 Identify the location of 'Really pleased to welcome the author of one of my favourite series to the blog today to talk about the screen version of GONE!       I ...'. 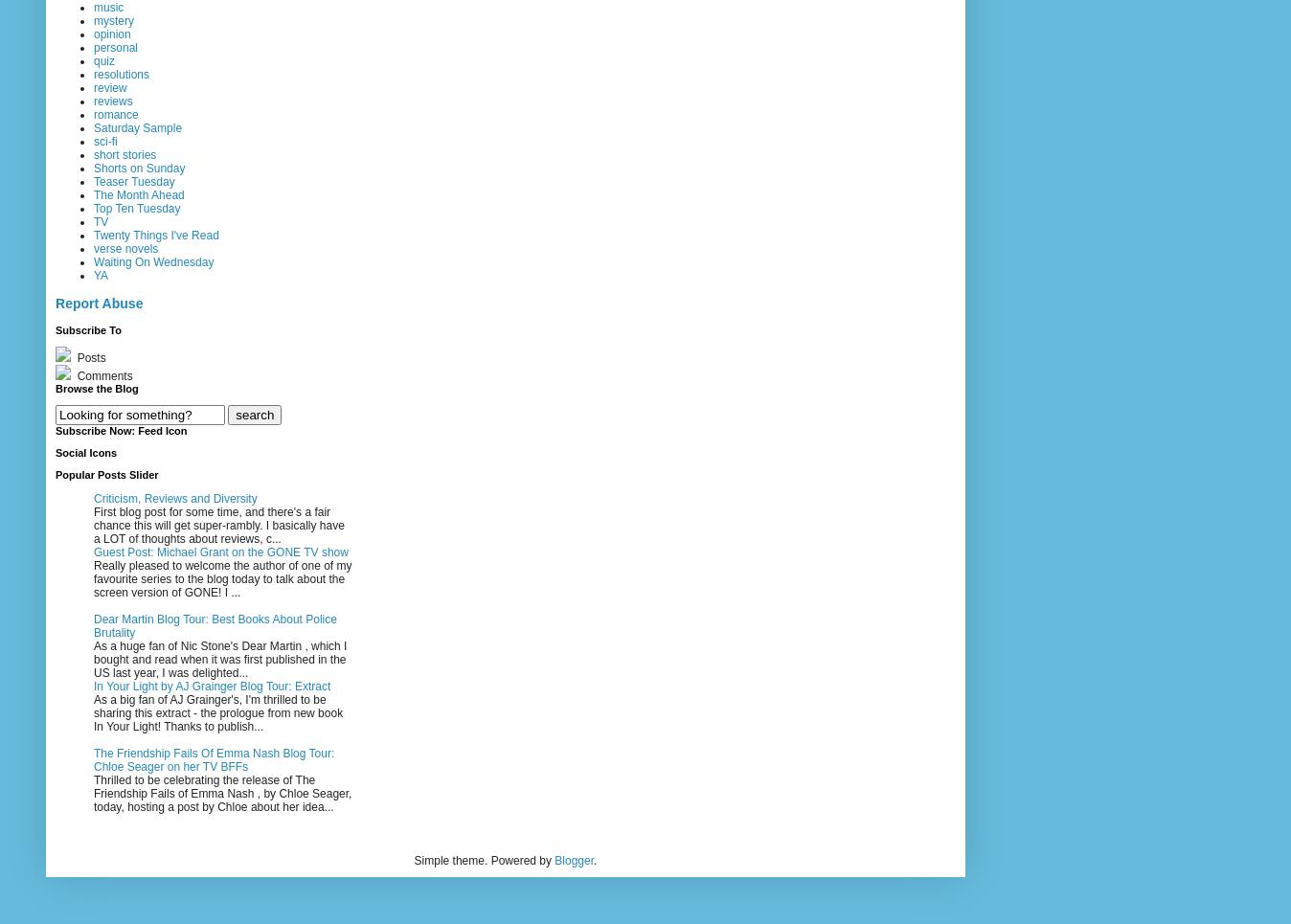
(222, 577).